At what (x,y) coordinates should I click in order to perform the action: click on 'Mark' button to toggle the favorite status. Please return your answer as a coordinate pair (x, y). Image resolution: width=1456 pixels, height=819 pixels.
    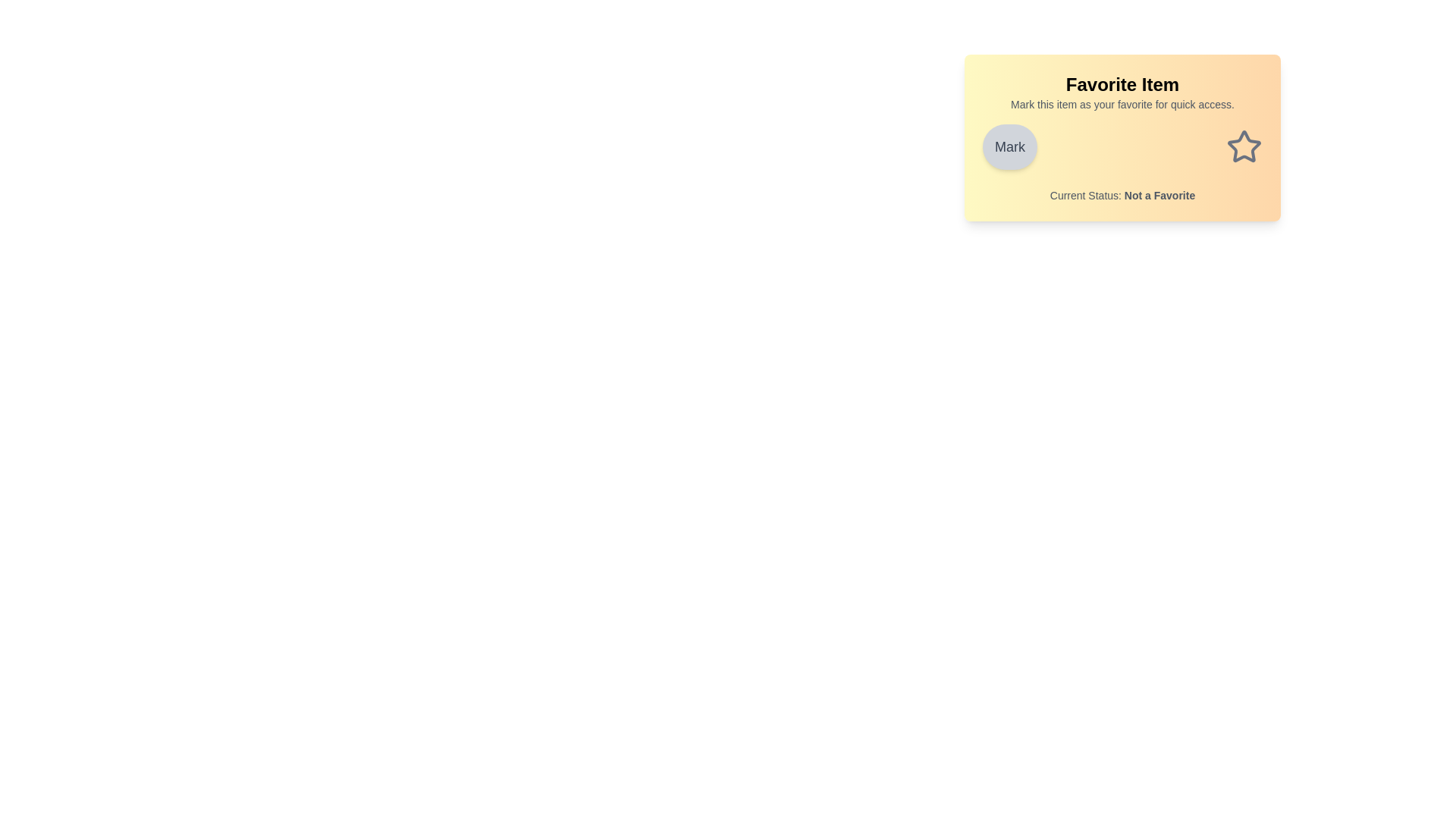
    Looking at the image, I should click on (1009, 146).